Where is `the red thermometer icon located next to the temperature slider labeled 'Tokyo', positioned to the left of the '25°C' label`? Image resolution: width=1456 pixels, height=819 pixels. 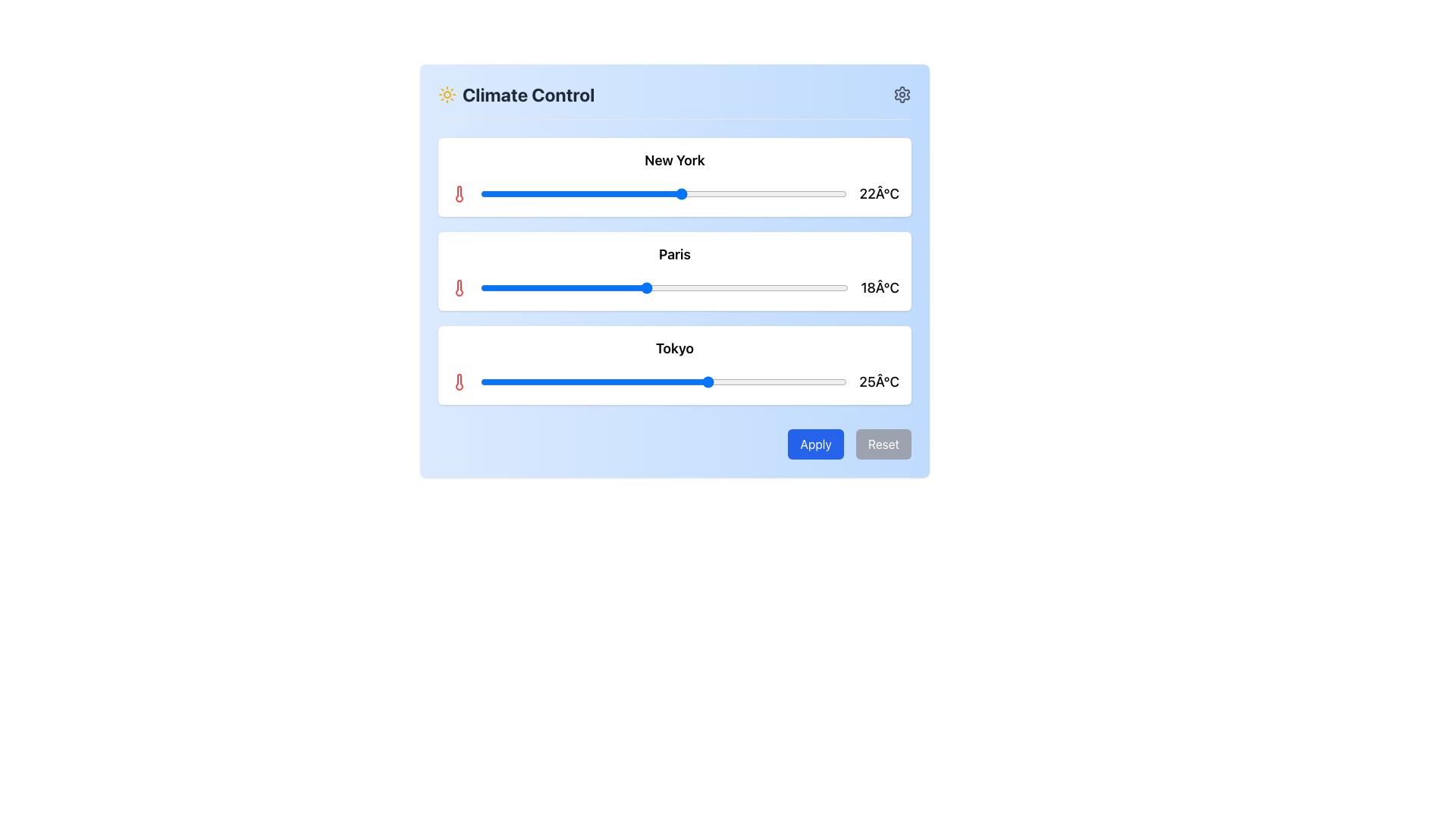 the red thermometer icon located next to the temperature slider labeled 'Tokyo', positioned to the left of the '25°C' label is located at coordinates (458, 381).